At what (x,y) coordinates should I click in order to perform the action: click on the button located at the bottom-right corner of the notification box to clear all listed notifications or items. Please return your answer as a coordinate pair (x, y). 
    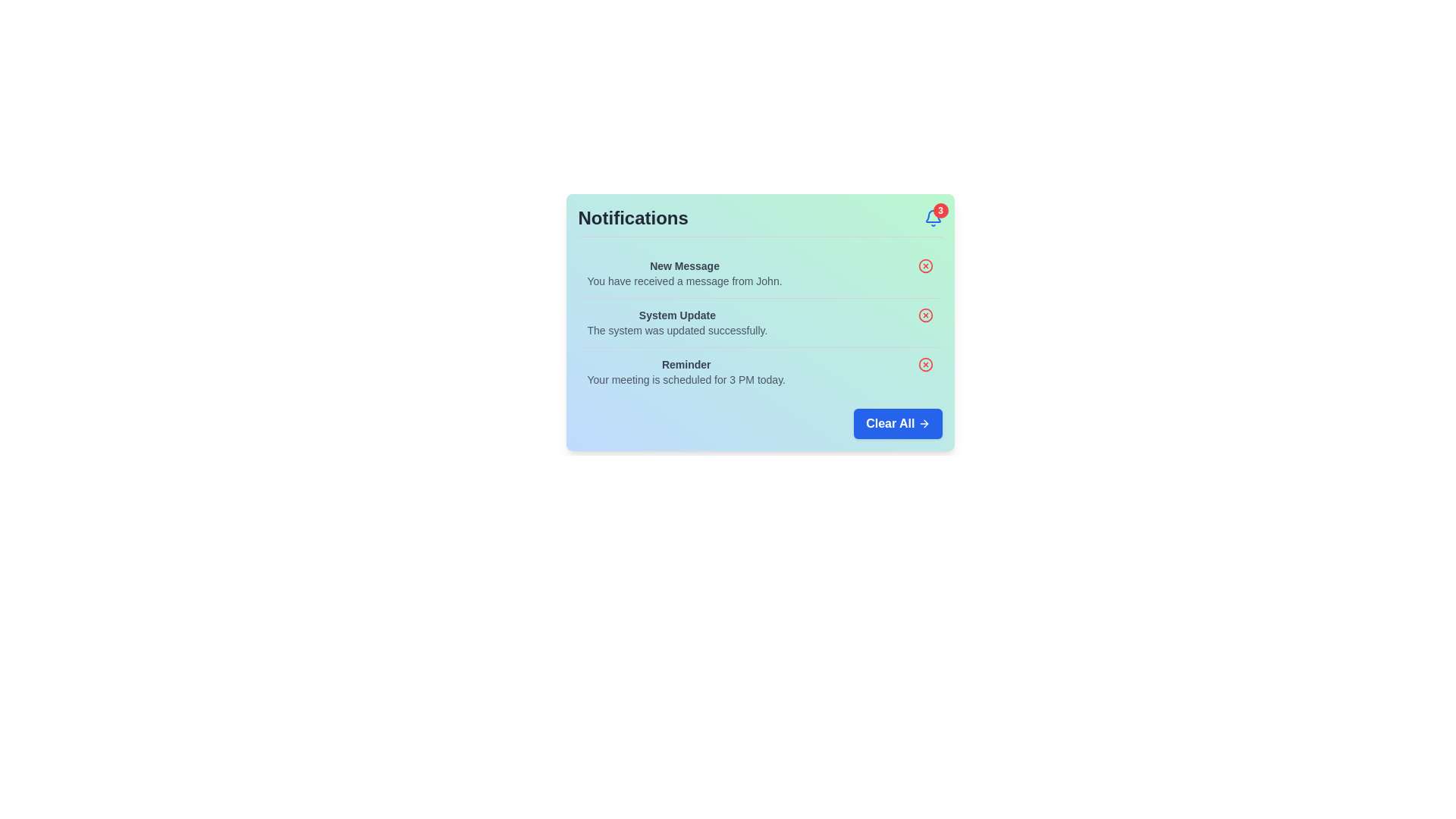
    Looking at the image, I should click on (898, 424).